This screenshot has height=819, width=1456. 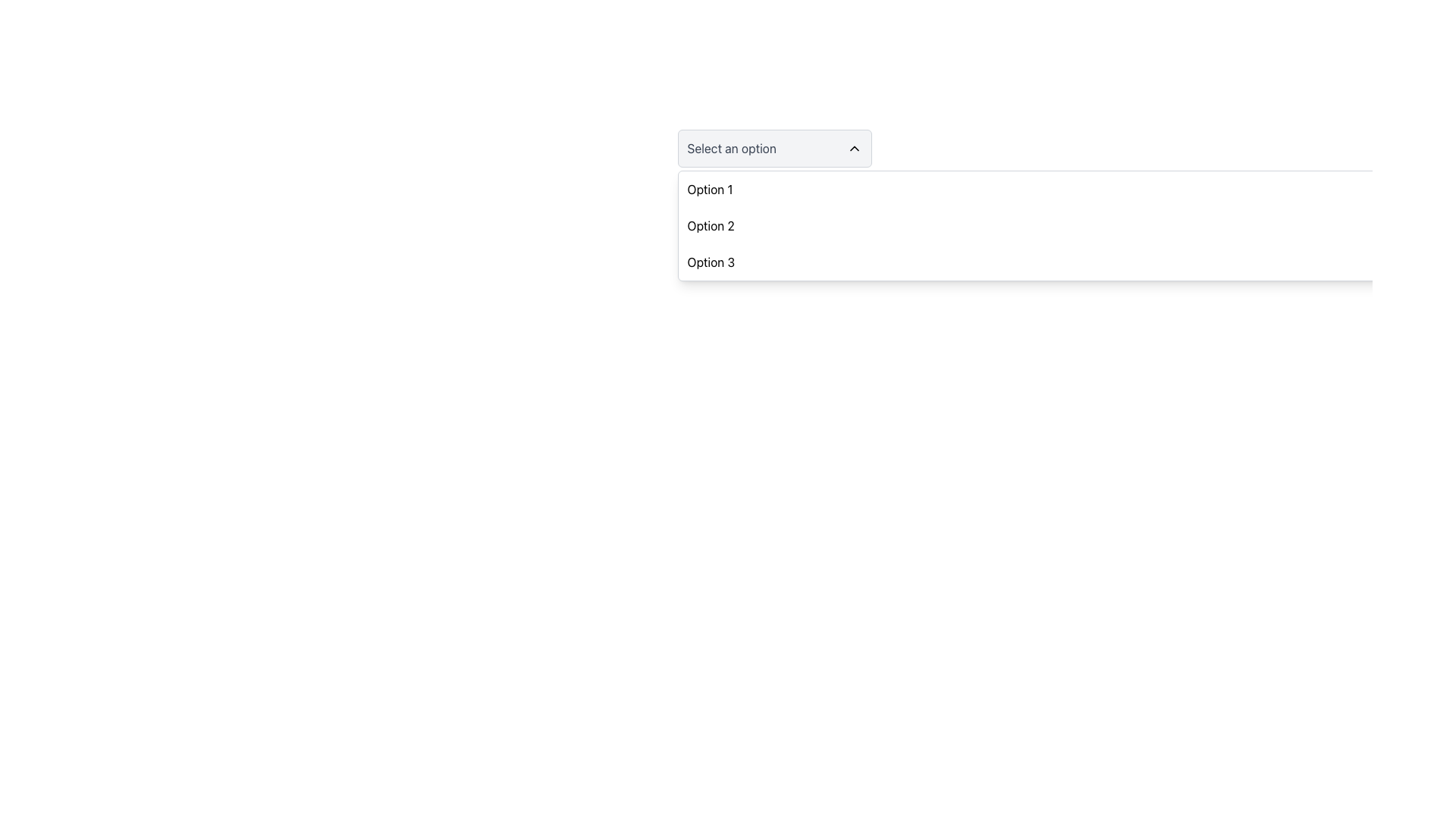 What do you see at coordinates (774, 149) in the screenshot?
I see `the Dropdown header or title that indicates the current selection or displays 'Select an option' as a placeholder` at bounding box center [774, 149].